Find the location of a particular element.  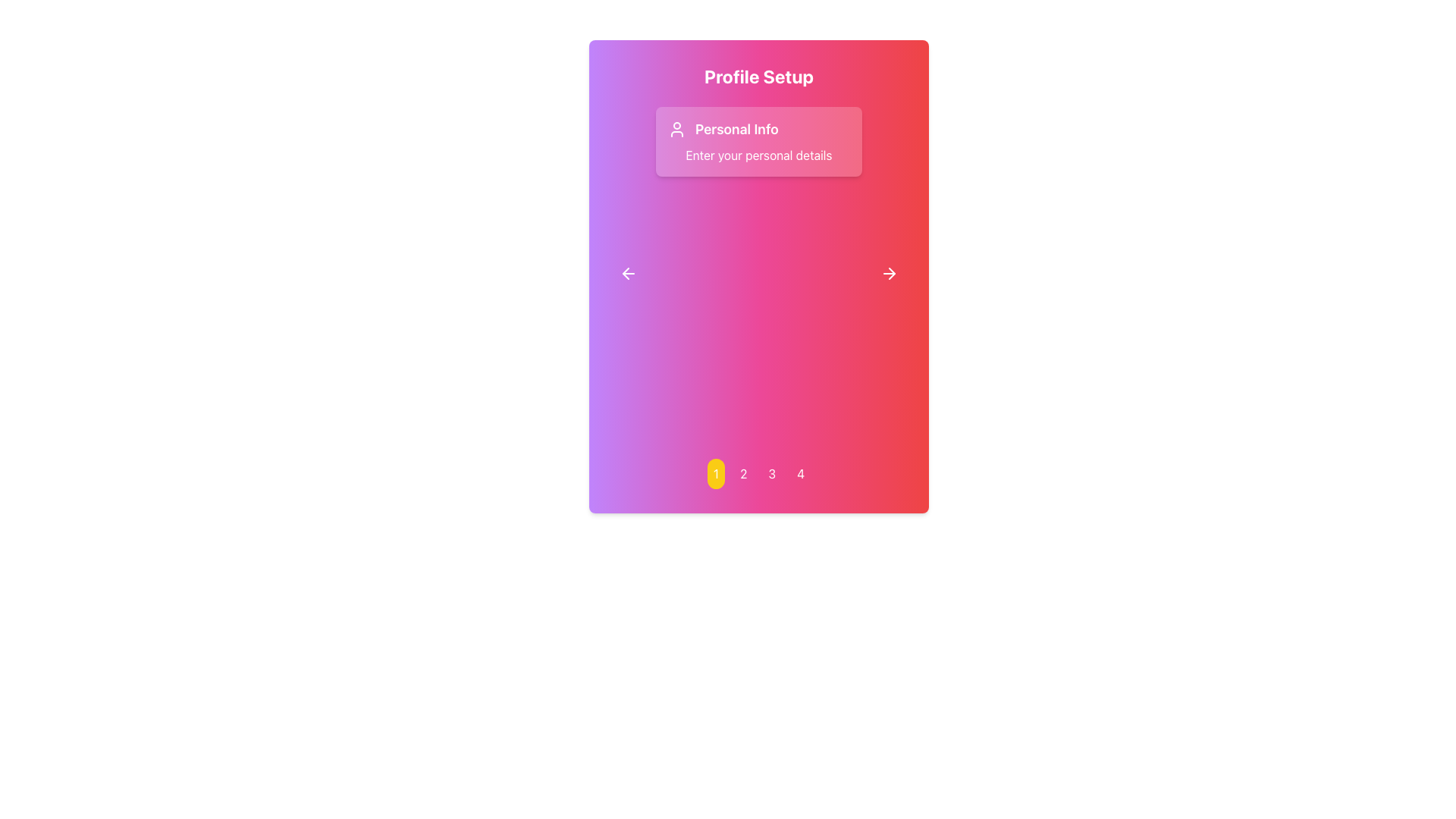

the leftward-pointing arrow button located in the left-hand section of the modal is located at coordinates (629, 274).